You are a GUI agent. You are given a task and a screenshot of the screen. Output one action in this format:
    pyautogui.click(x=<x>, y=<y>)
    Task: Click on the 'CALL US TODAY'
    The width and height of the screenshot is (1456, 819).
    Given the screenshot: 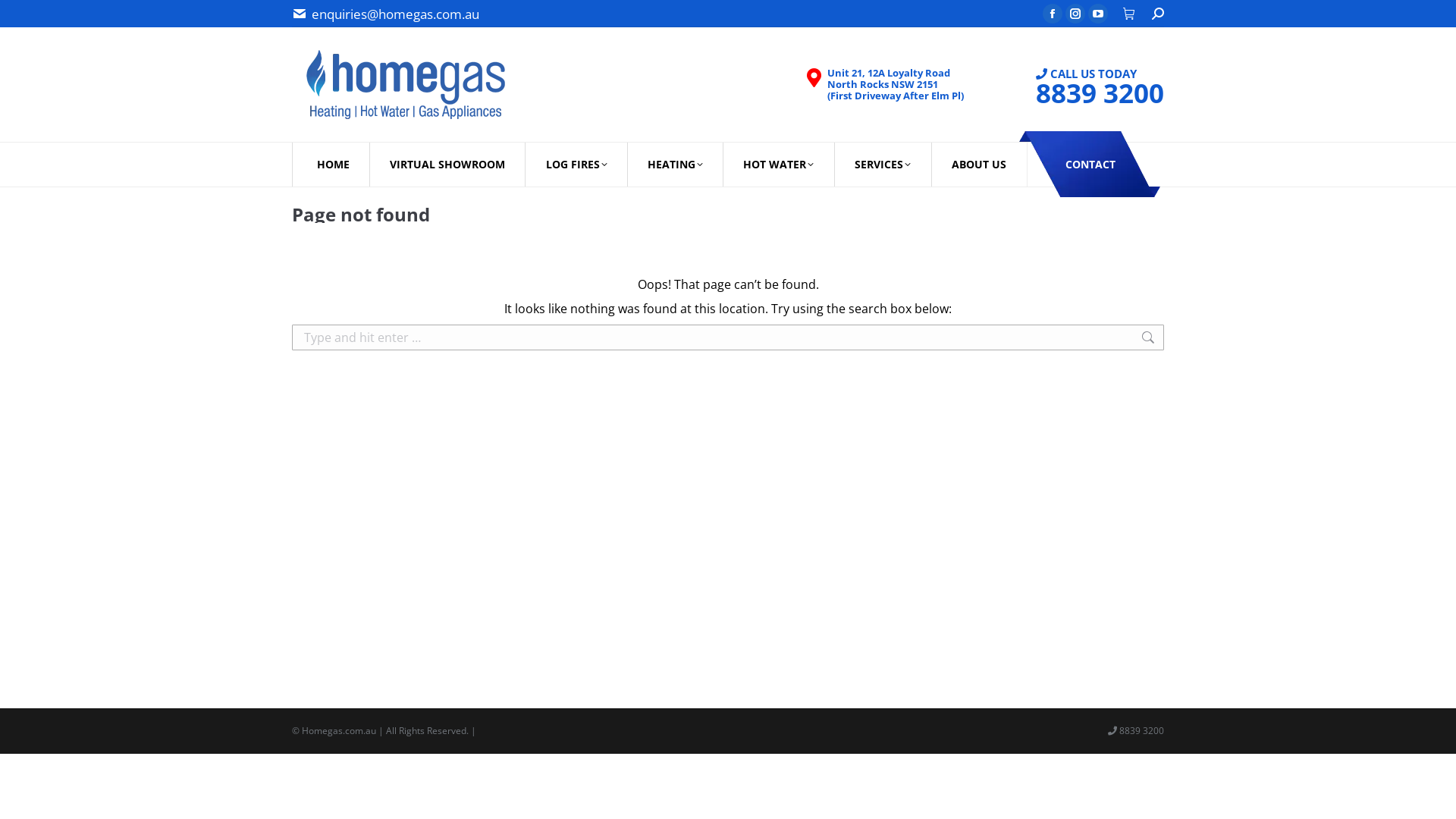 What is the action you would take?
    pyautogui.click(x=1085, y=84)
    